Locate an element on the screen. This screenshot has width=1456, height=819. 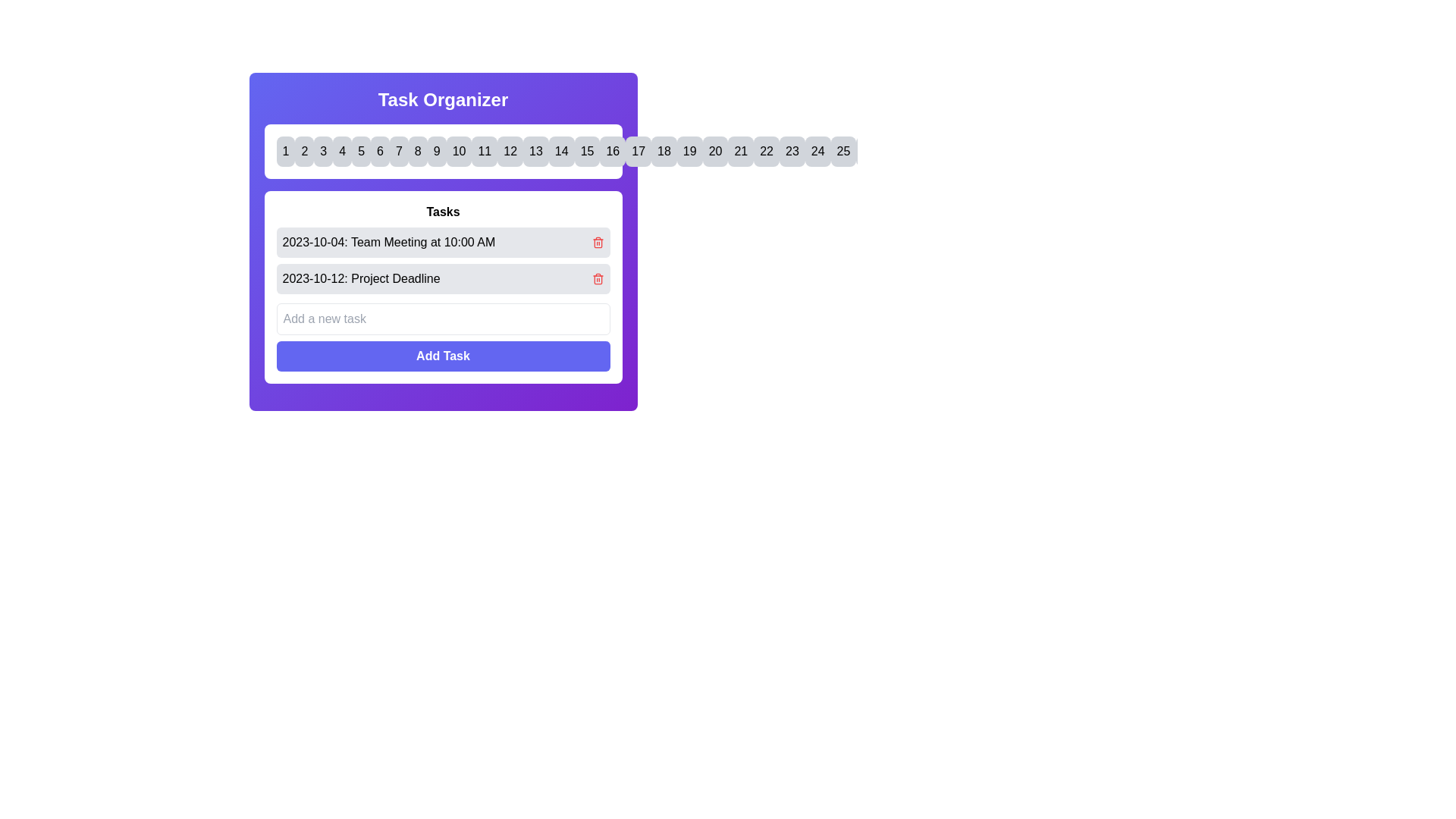
the 25th rounded rectangular button with a light gray background containing the number '25' in black text is located at coordinates (843, 152).